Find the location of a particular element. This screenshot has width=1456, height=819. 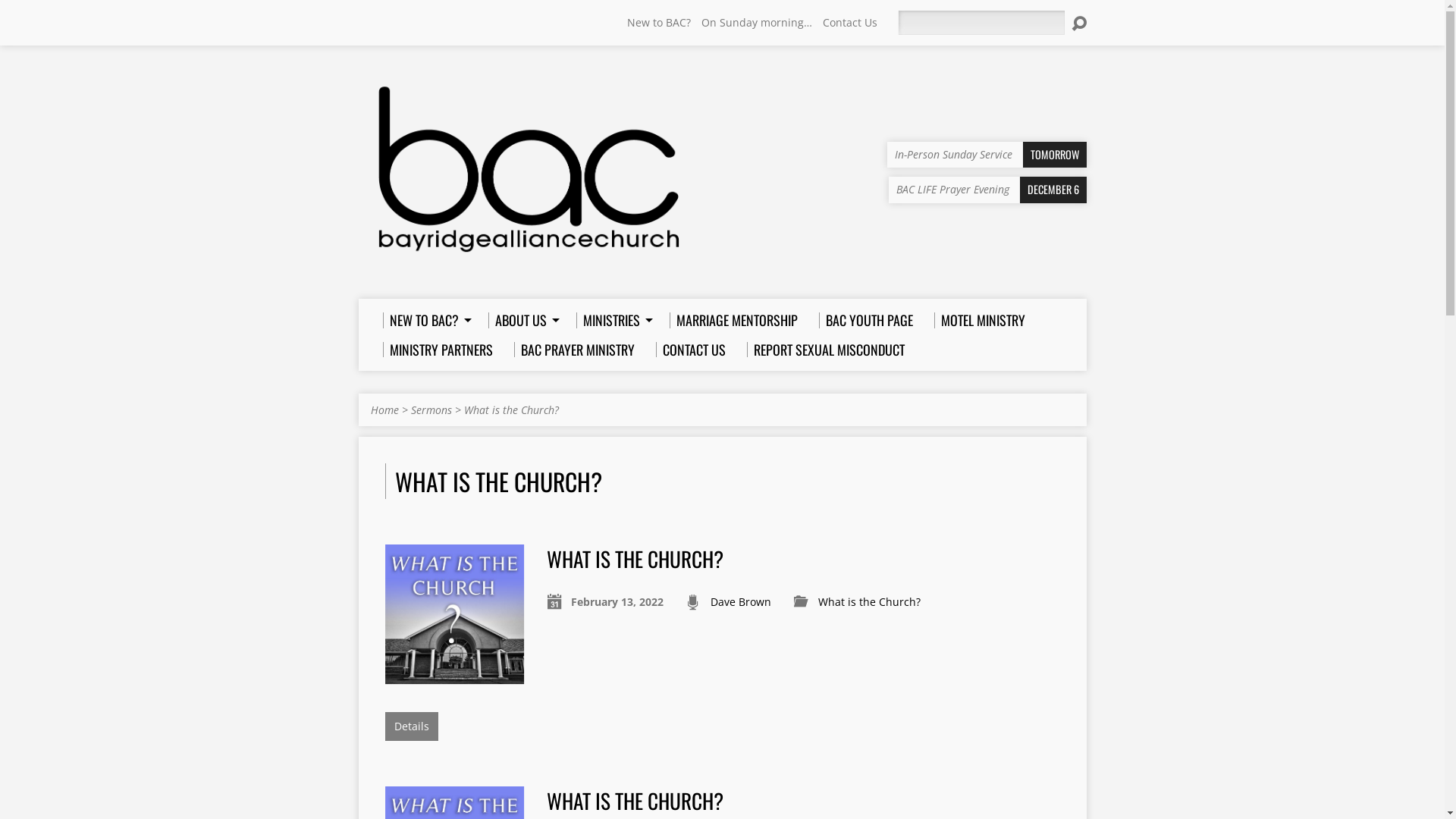

'MINISTRIES' is located at coordinates (612, 318).